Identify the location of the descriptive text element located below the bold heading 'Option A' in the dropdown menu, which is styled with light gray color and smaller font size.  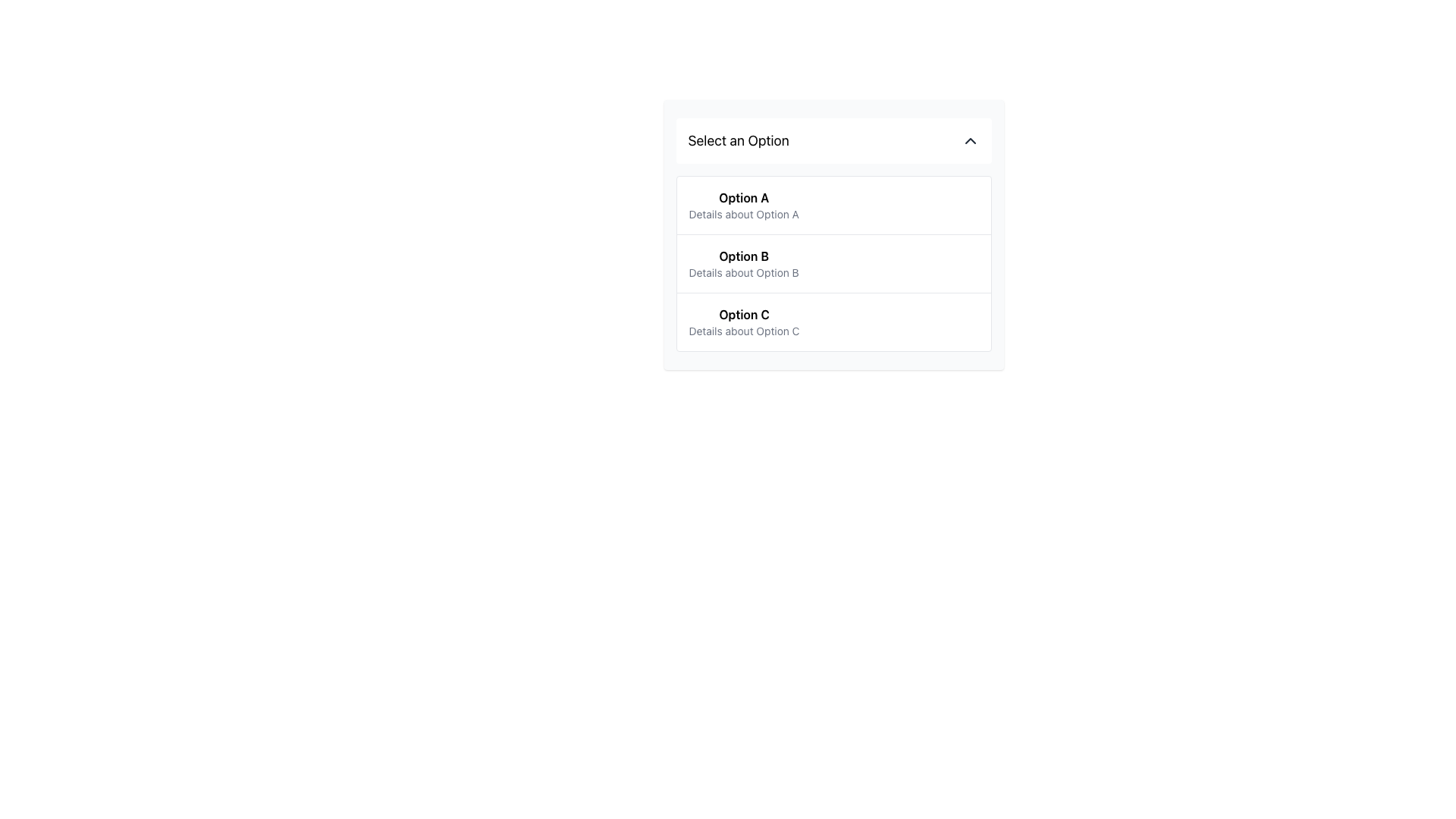
(744, 214).